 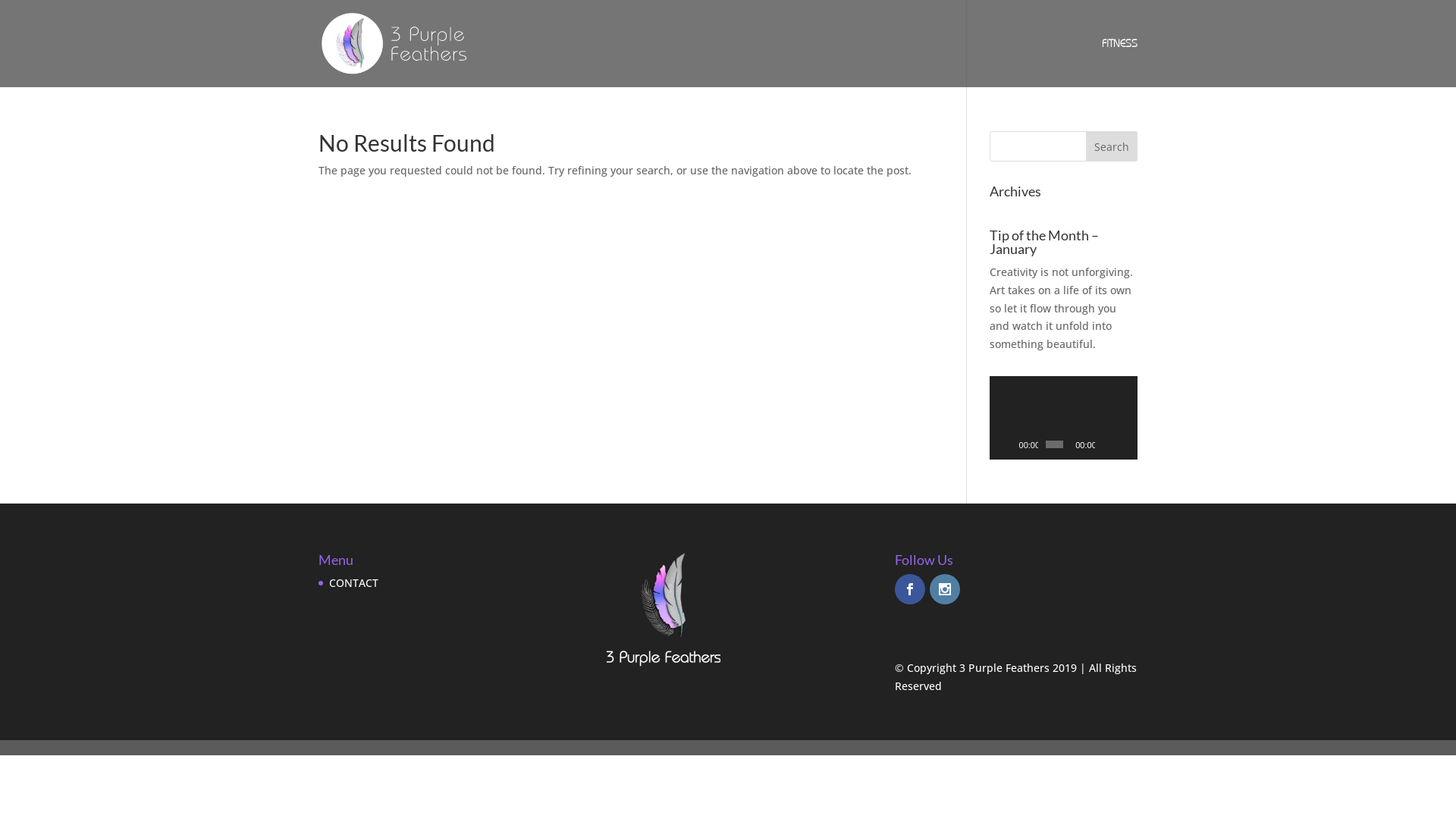 What do you see at coordinates (1125, 444) in the screenshot?
I see `'Fullscreen'` at bounding box center [1125, 444].